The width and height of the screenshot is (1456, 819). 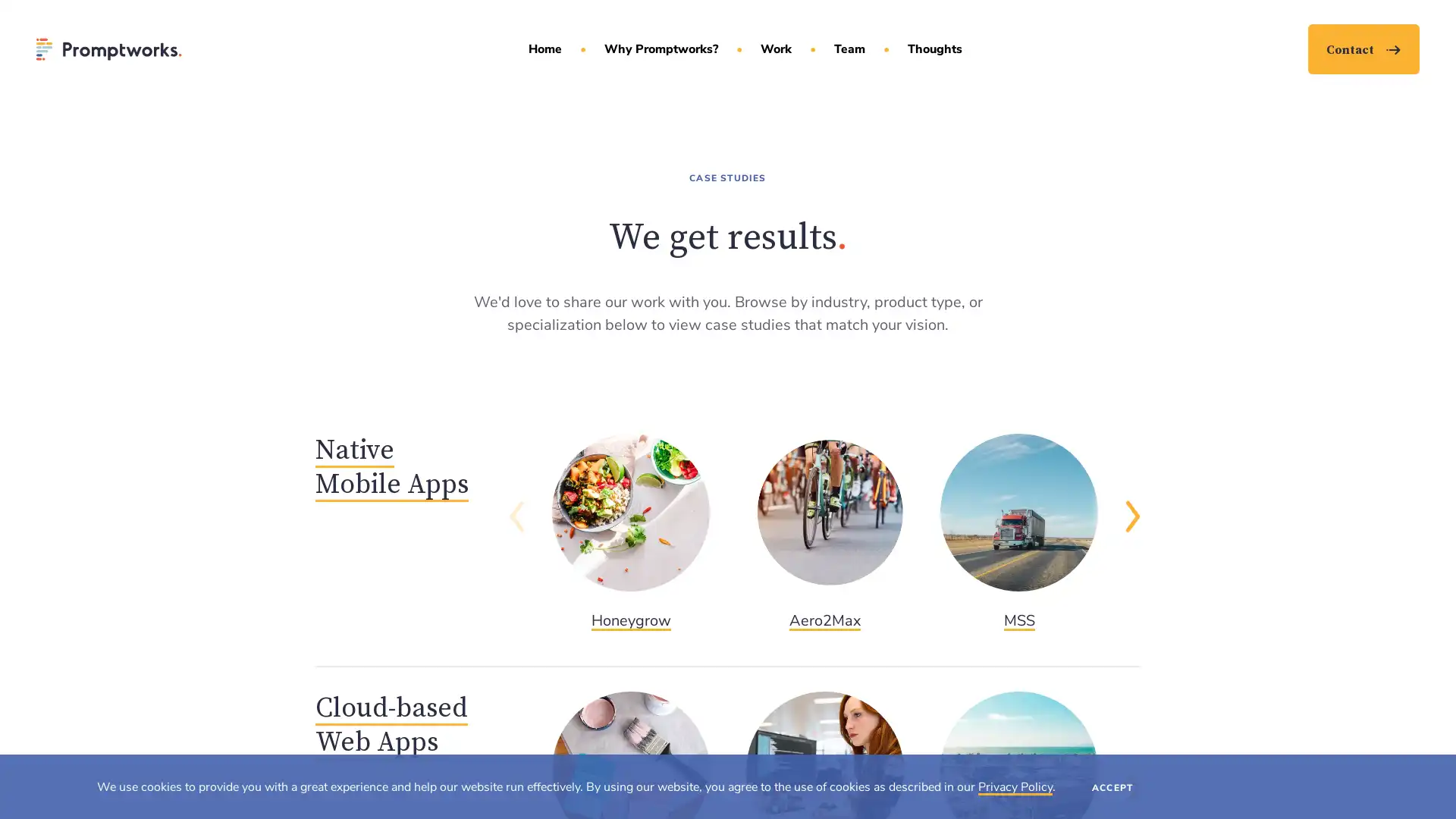 I want to click on Previous, so click(x=516, y=514).